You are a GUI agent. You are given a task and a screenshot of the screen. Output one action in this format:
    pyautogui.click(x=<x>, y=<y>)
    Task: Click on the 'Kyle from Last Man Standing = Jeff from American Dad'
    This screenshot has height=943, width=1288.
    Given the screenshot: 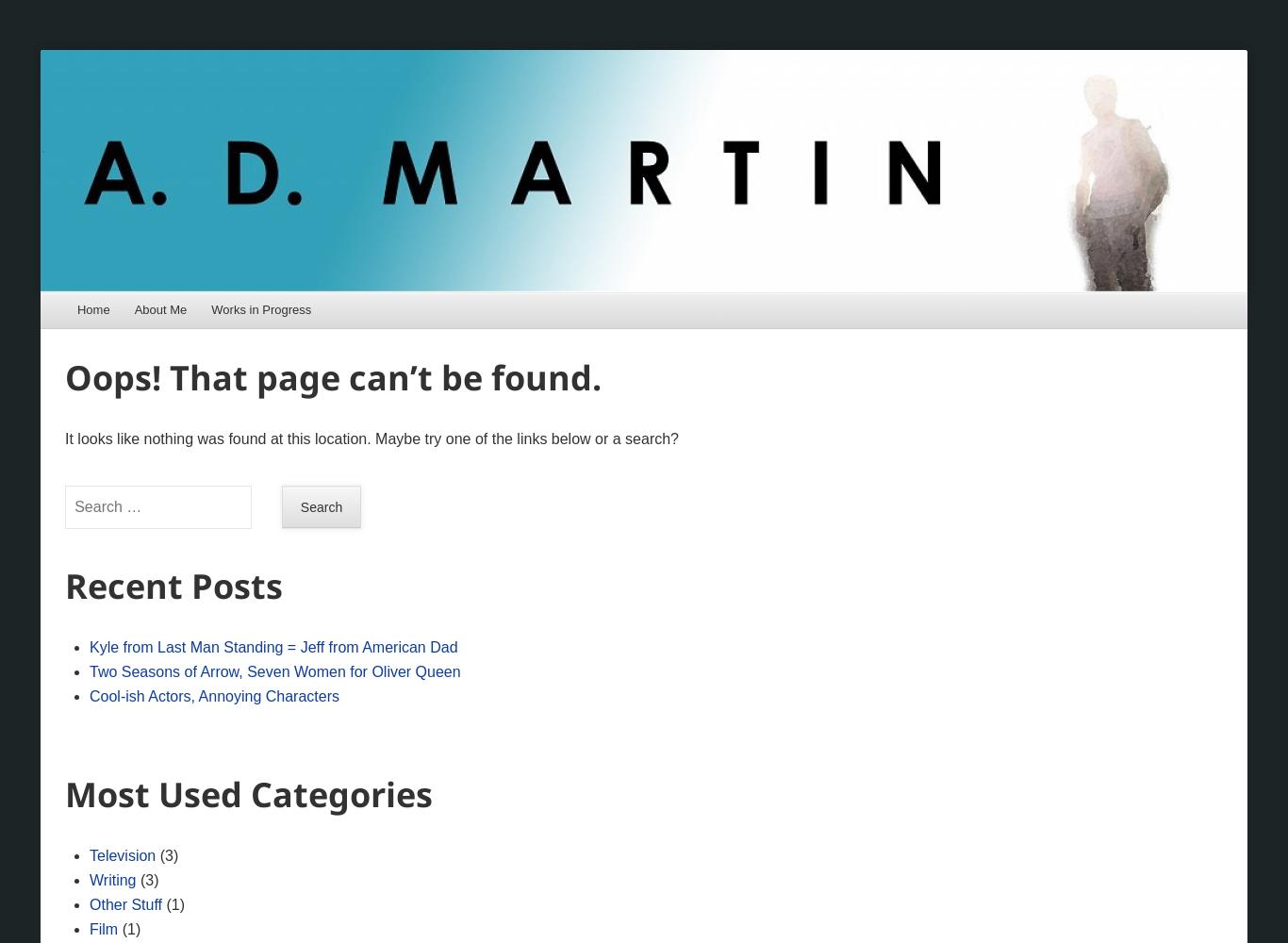 What is the action you would take?
    pyautogui.click(x=272, y=647)
    